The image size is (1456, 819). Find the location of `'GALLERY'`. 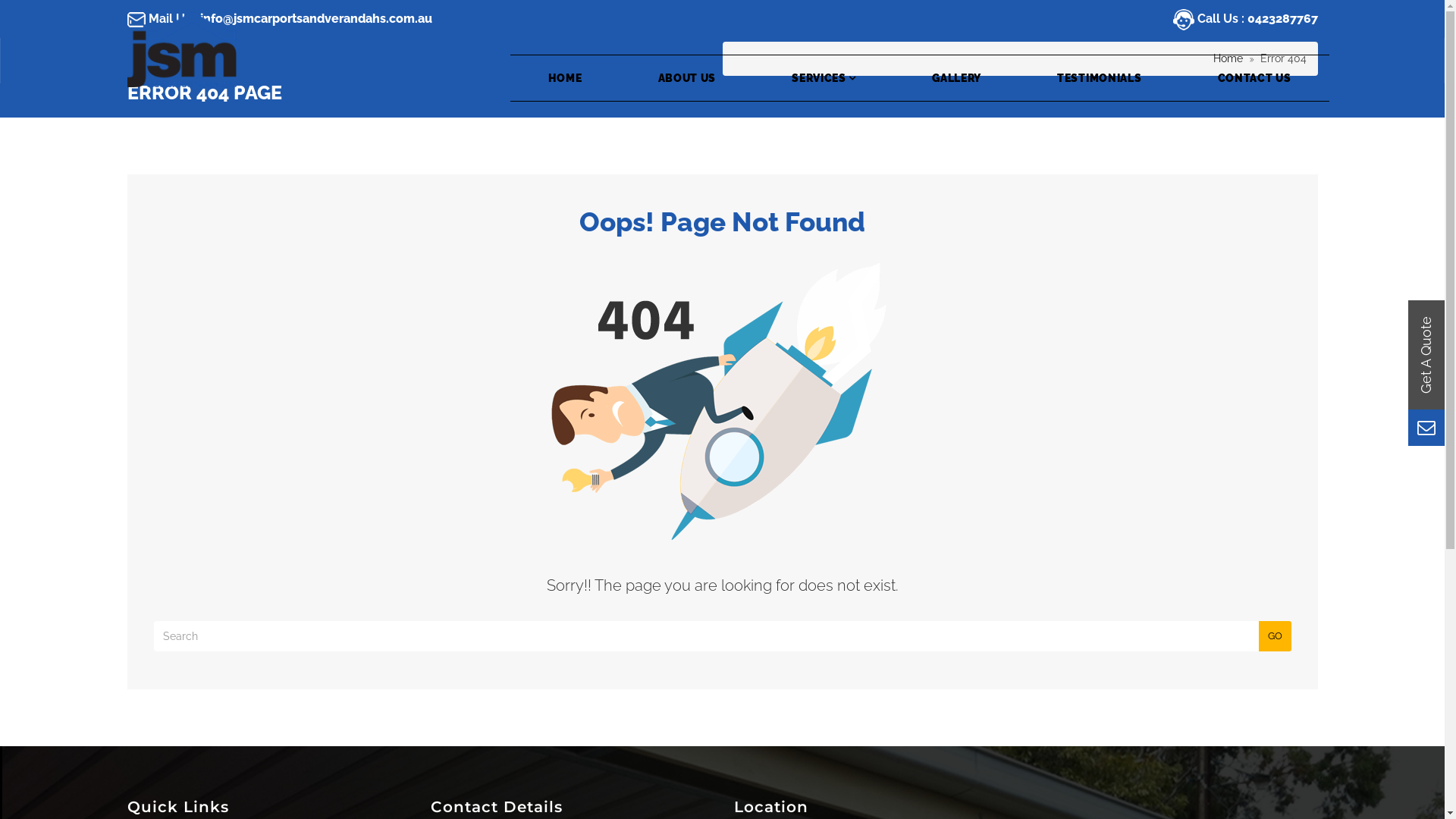

'GALLERY' is located at coordinates (894, 78).